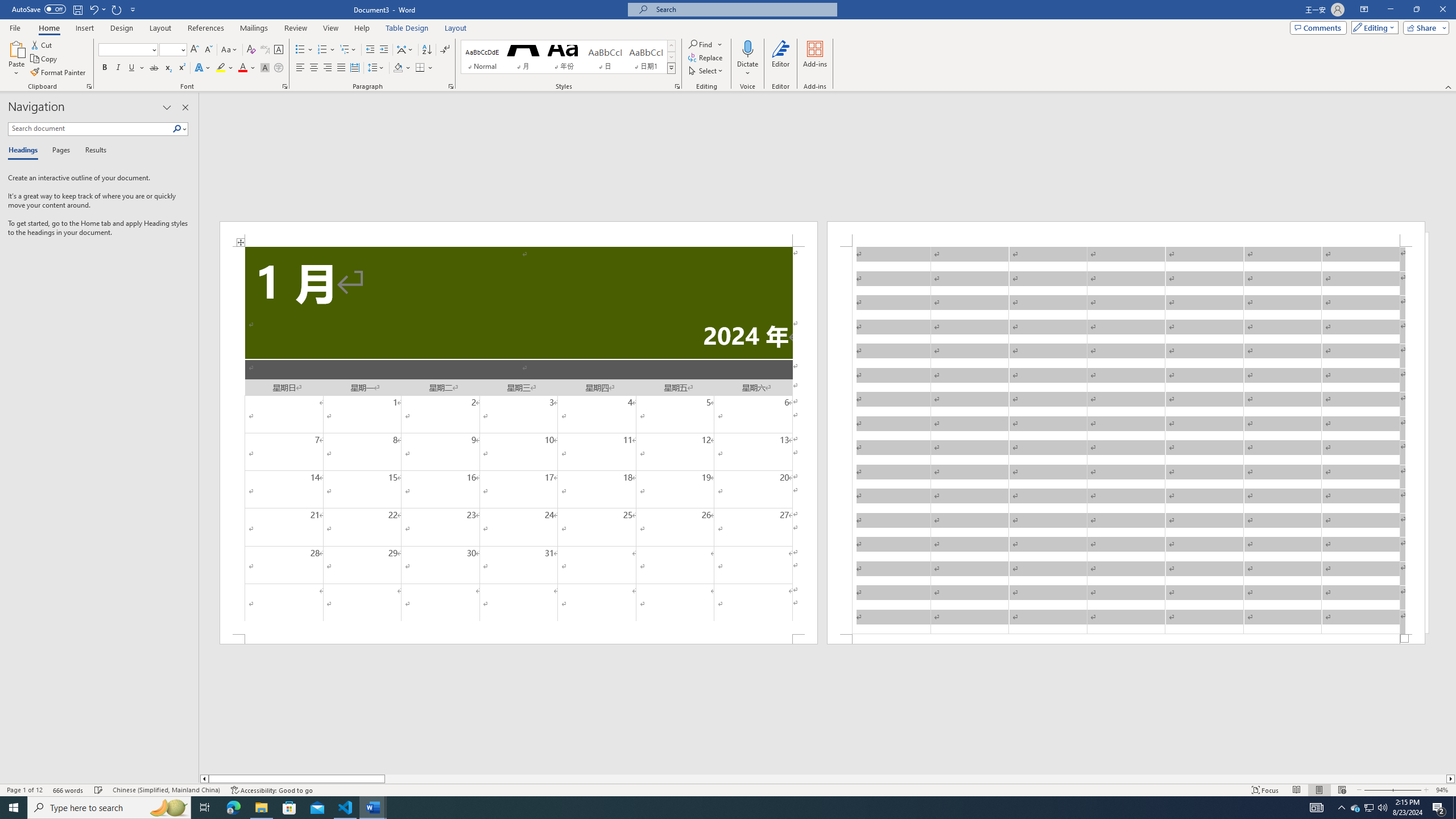 This screenshot has height=819, width=1456. What do you see at coordinates (519, 440) in the screenshot?
I see `'Page 1 content'` at bounding box center [519, 440].